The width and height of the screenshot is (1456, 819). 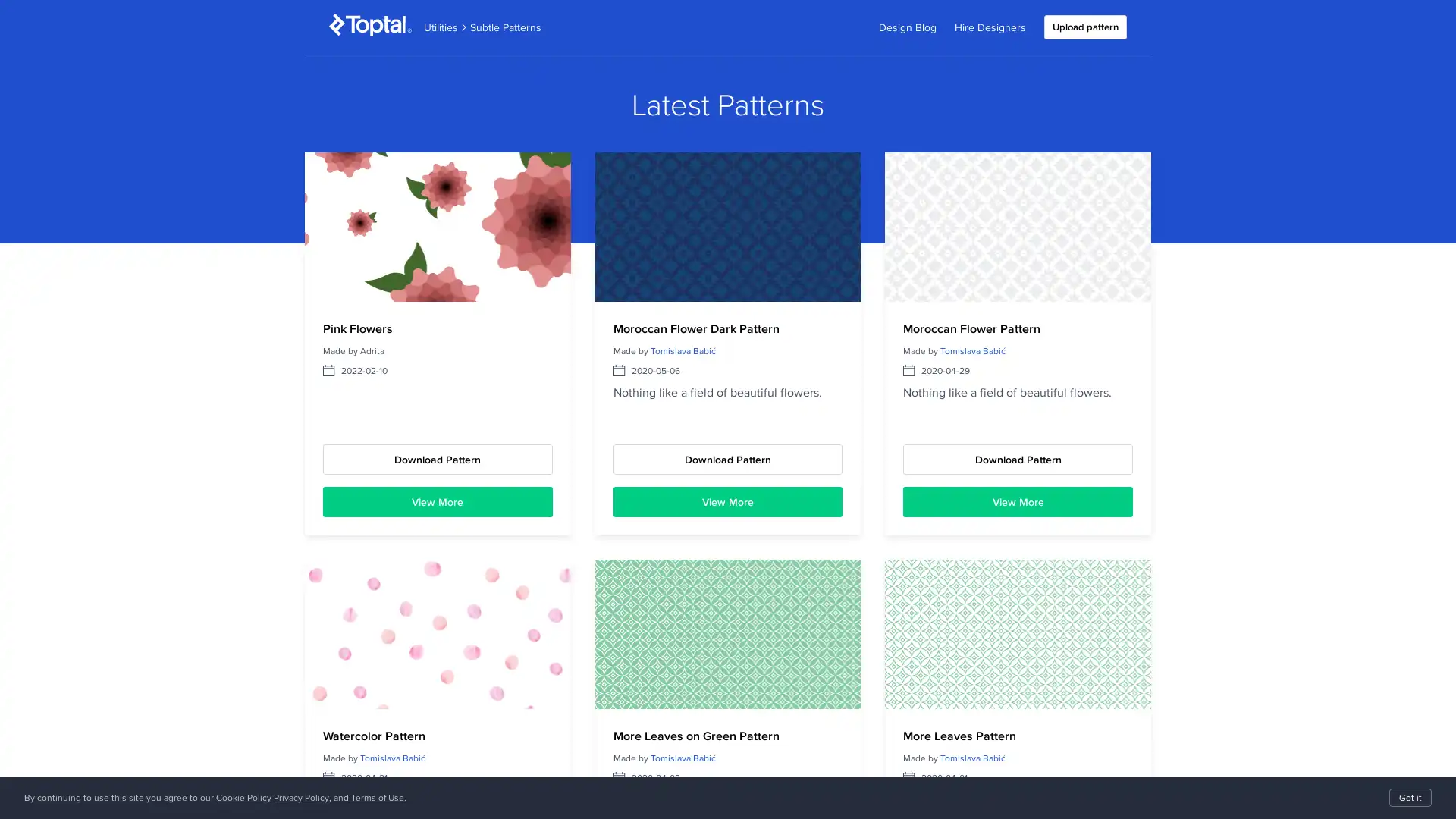 What do you see at coordinates (1410, 797) in the screenshot?
I see `Got it` at bounding box center [1410, 797].